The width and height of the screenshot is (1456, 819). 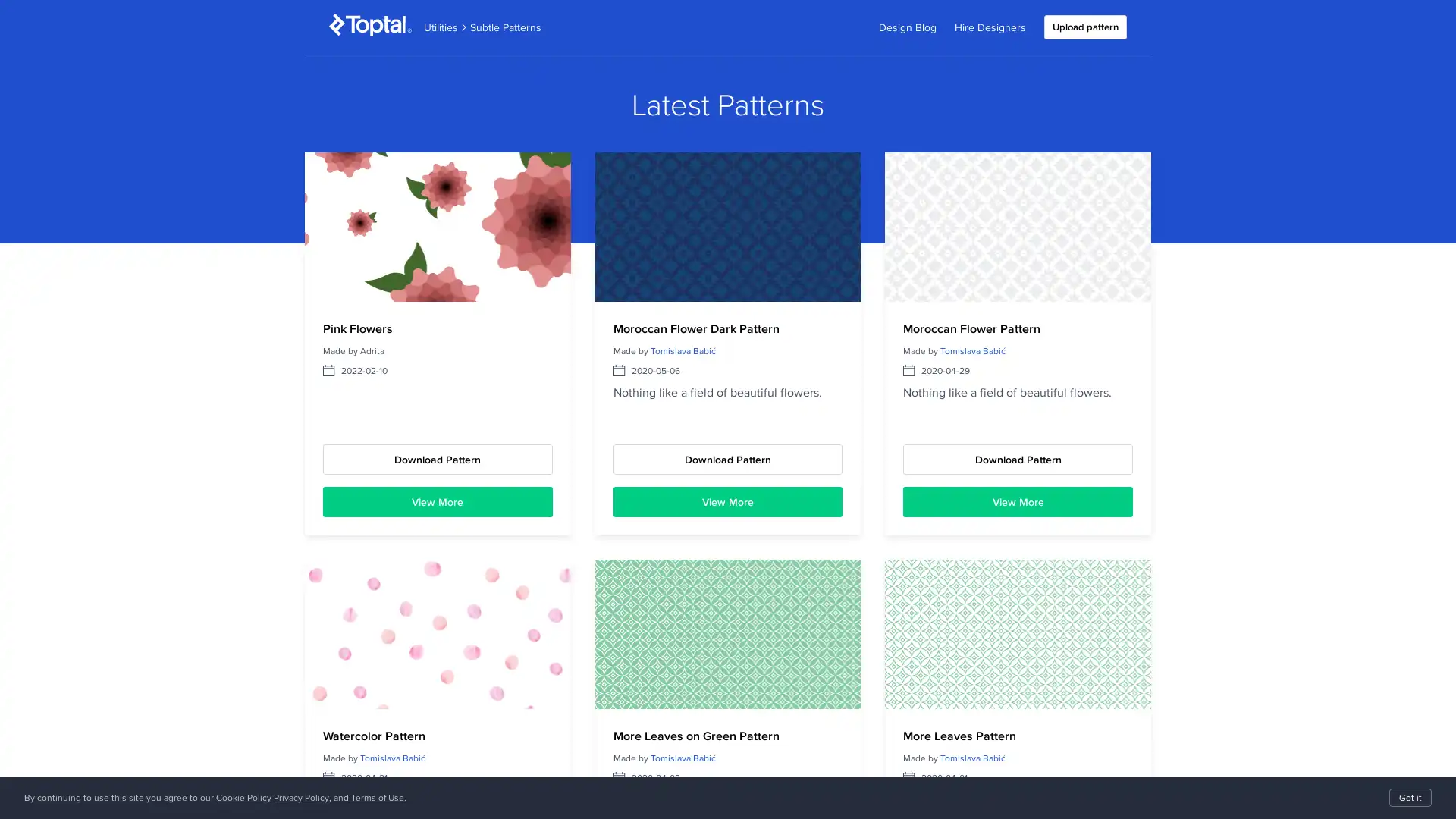 What do you see at coordinates (1410, 797) in the screenshot?
I see `Got it` at bounding box center [1410, 797].